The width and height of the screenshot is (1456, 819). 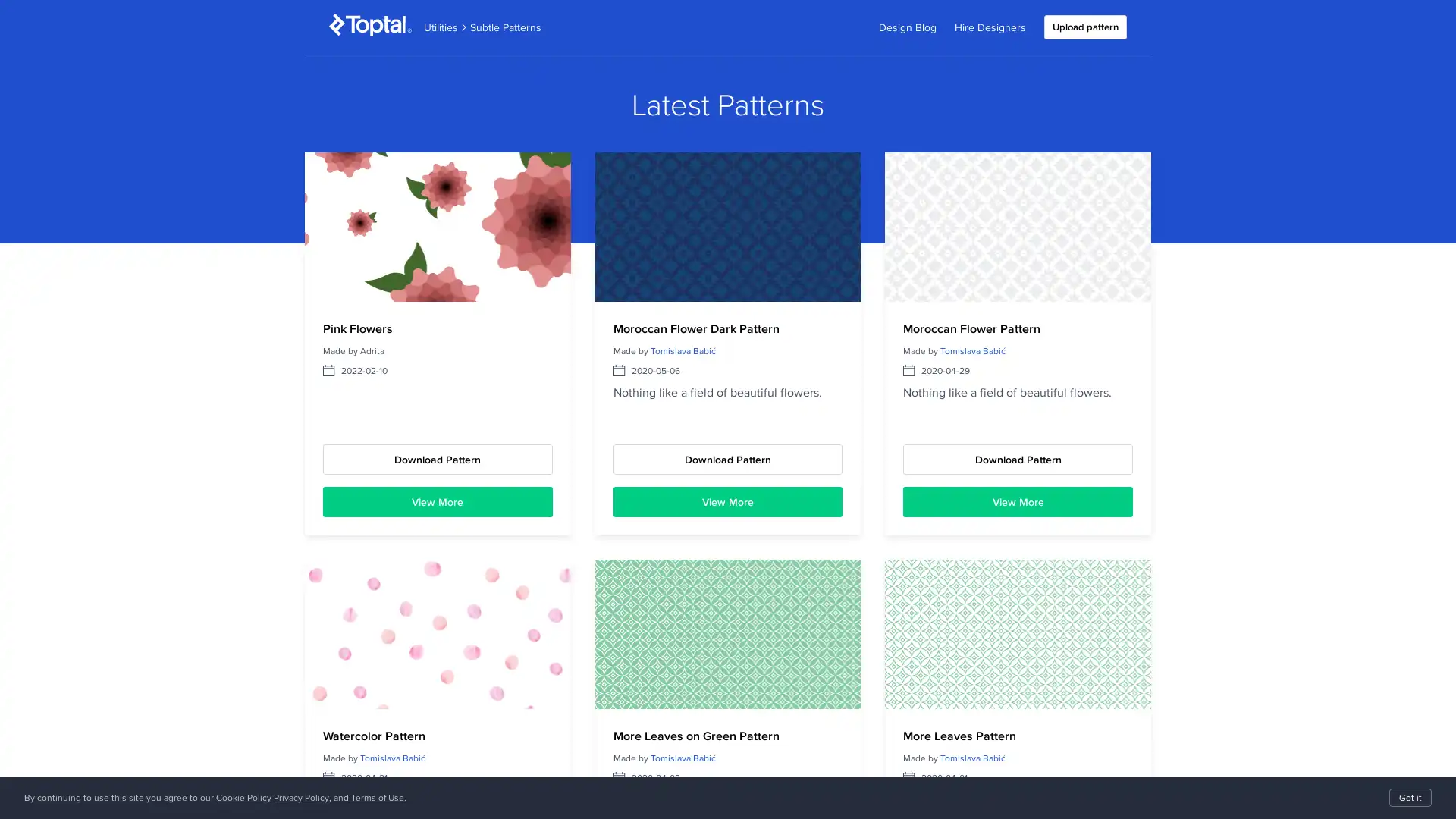 What do you see at coordinates (1410, 797) in the screenshot?
I see `Got it` at bounding box center [1410, 797].